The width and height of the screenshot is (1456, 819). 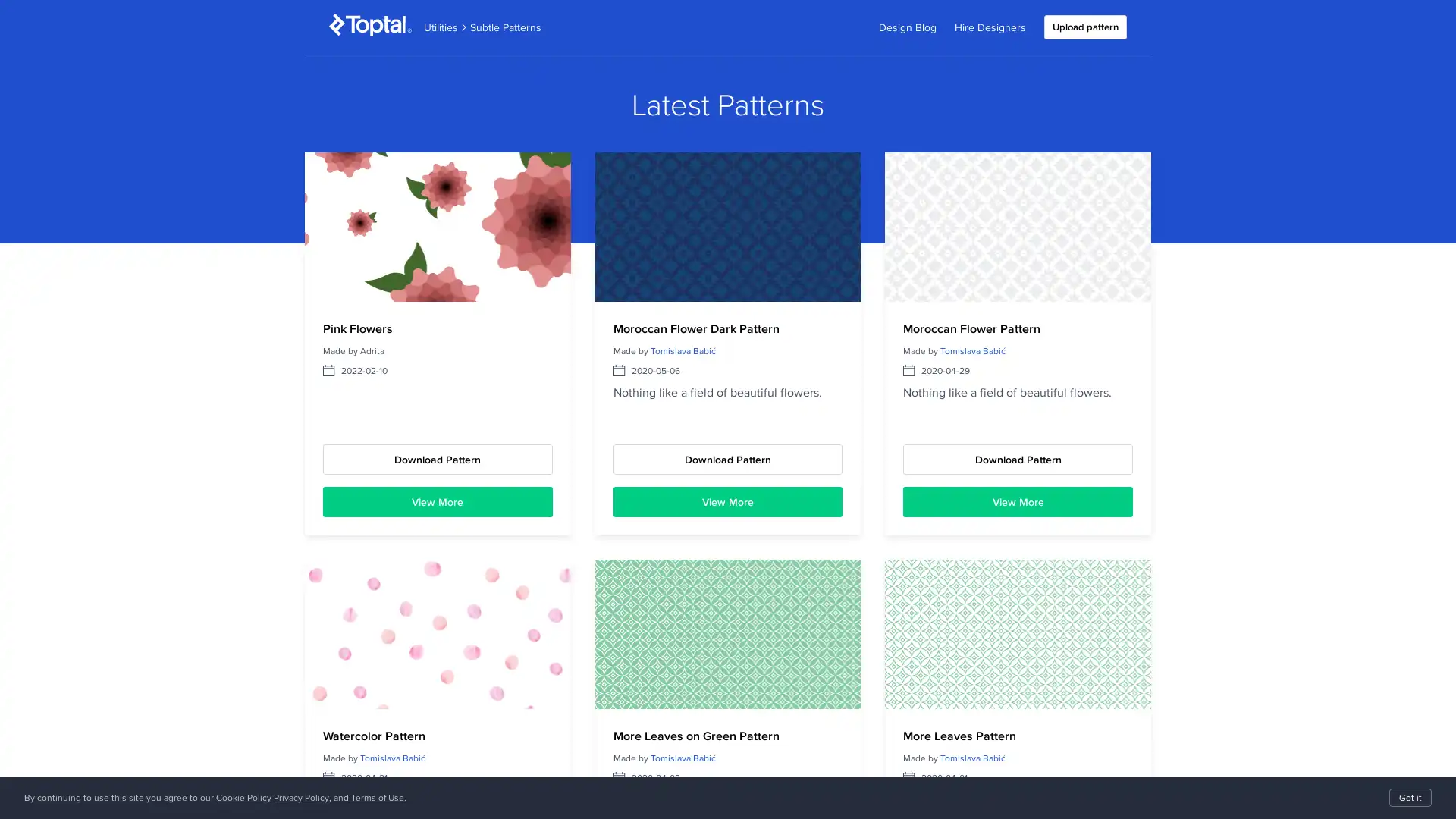 What do you see at coordinates (1410, 797) in the screenshot?
I see `Got it` at bounding box center [1410, 797].